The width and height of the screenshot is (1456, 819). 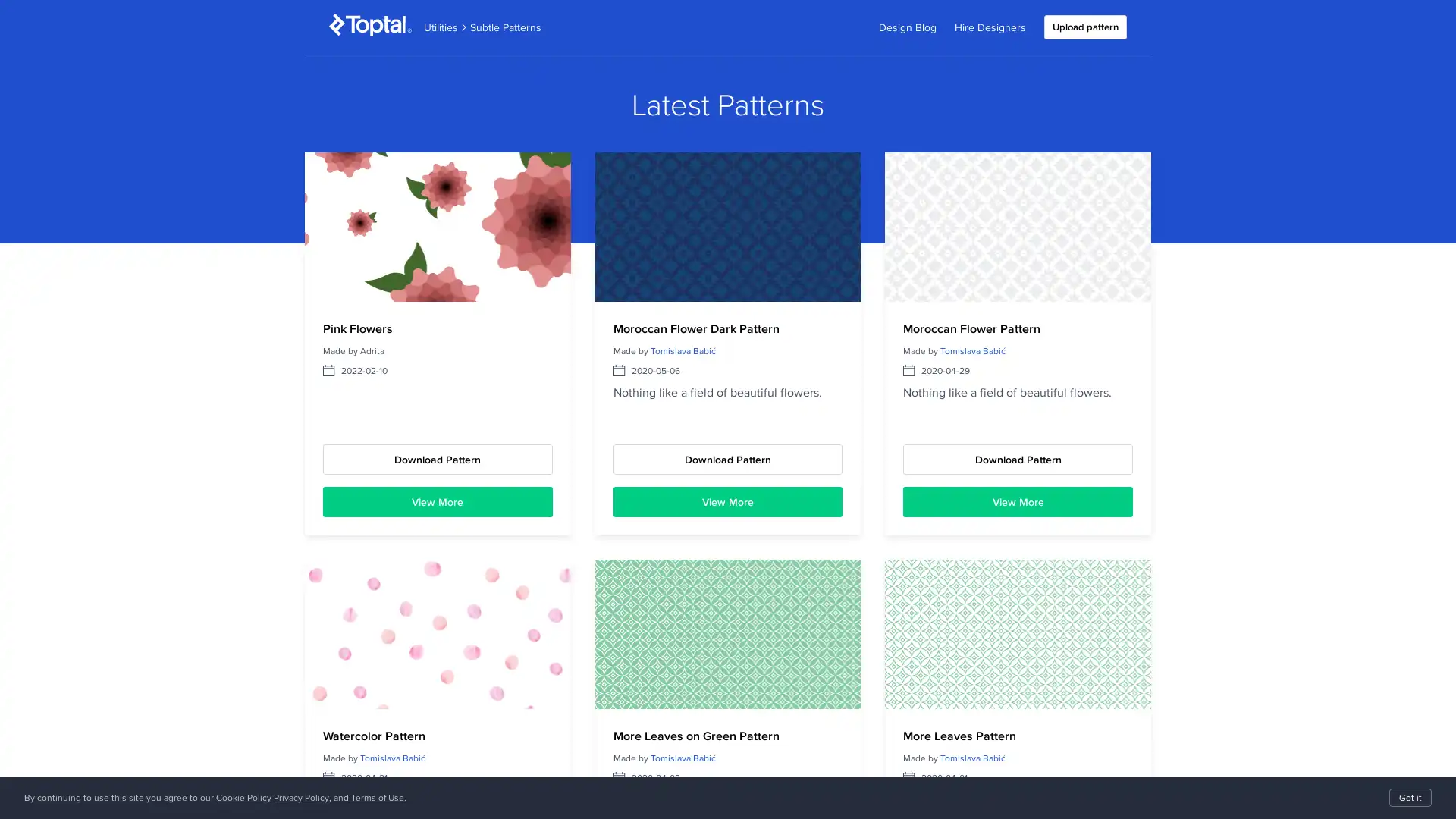 What do you see at coordinates (1410, 797) in the screenshot?
I see `Got it` at bounding box center [1410, 797].